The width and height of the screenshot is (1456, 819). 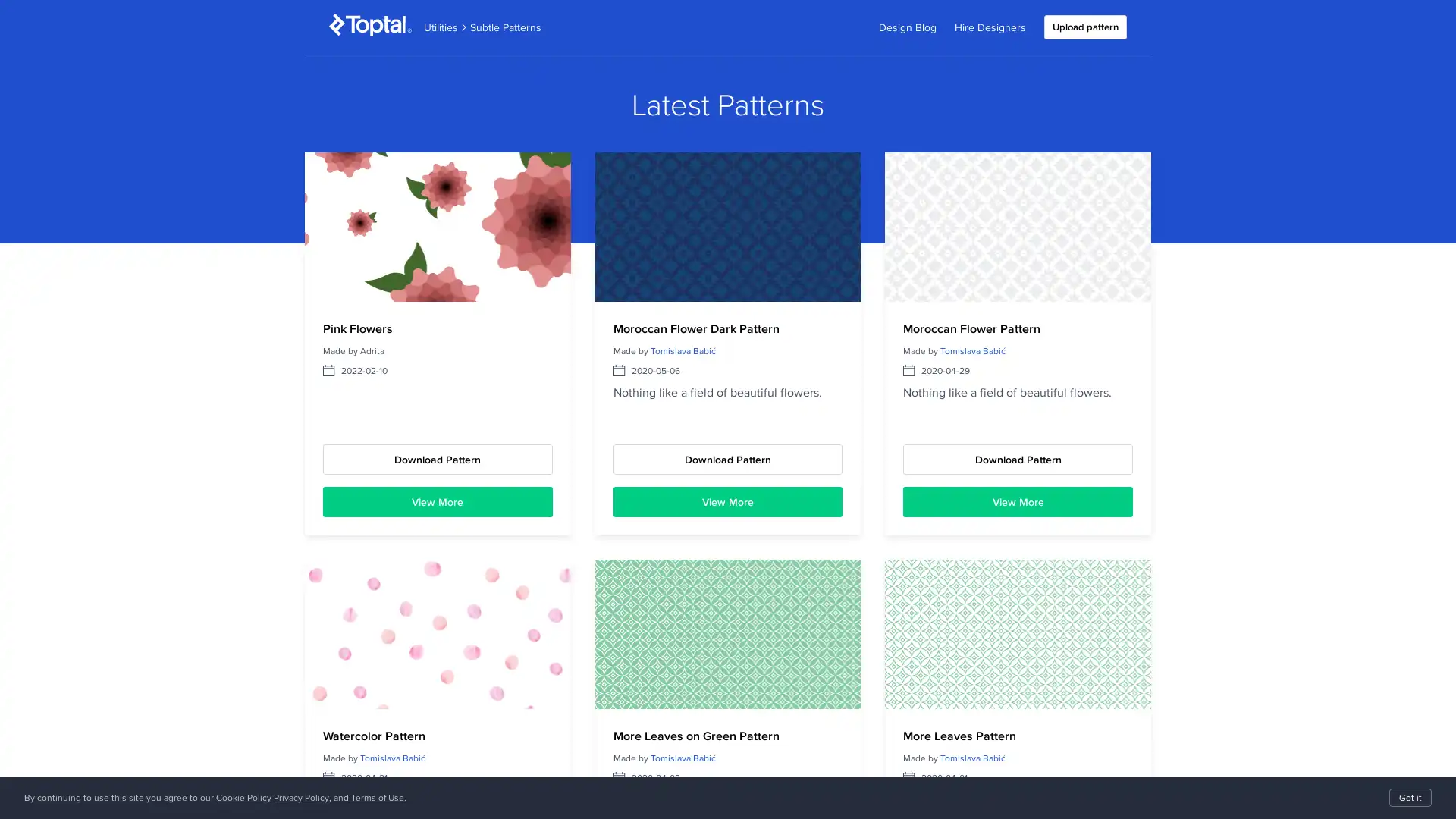 What do you see at coordinates (1410, 797) in the screenshot?
I see `Got it` at bounding box center [1410, 797].